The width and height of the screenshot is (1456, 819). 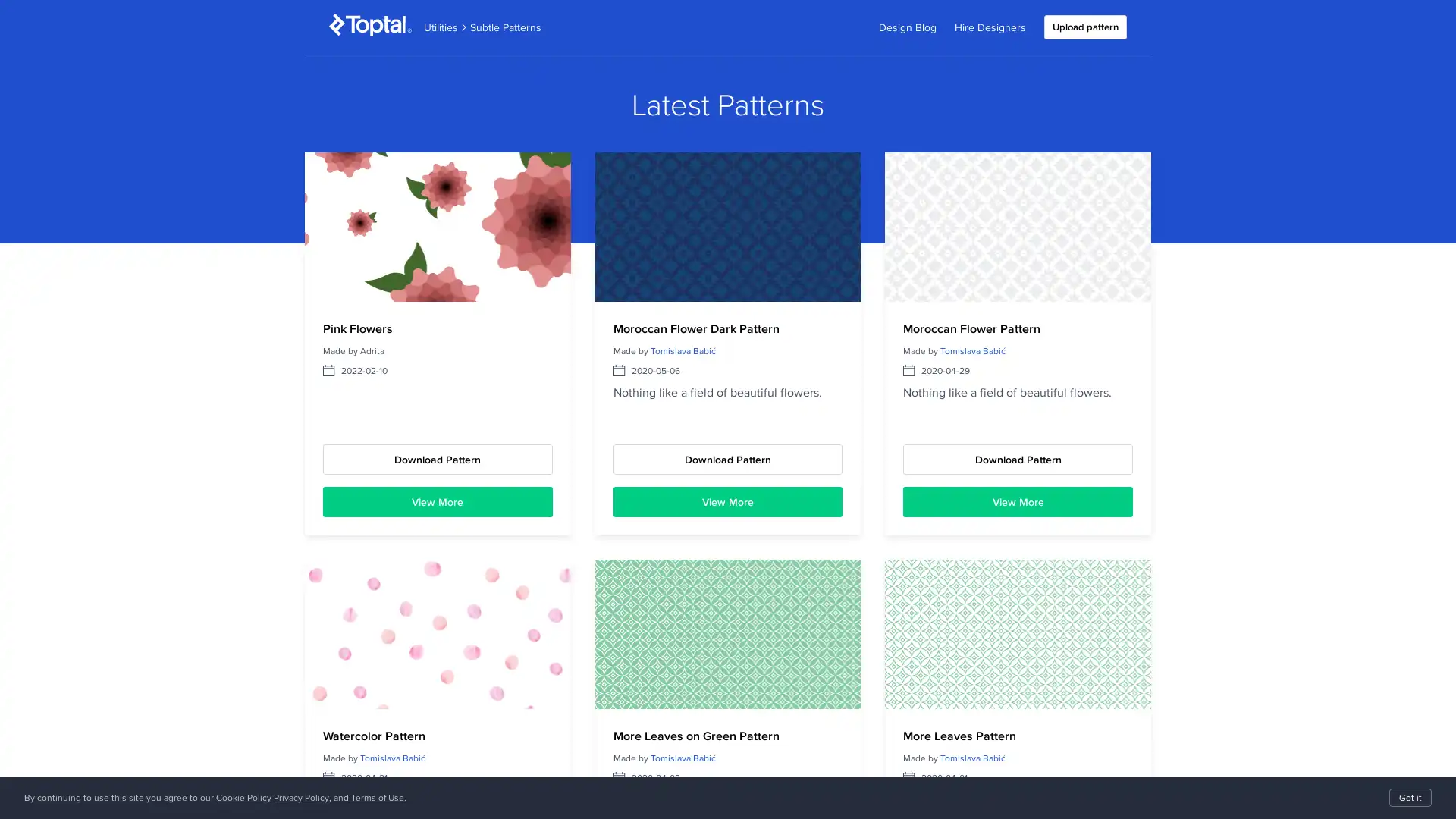 What do you see at coordinates (1410, 797) in the screenshot?
I see `Got it` at bounding box center [1410, 797].